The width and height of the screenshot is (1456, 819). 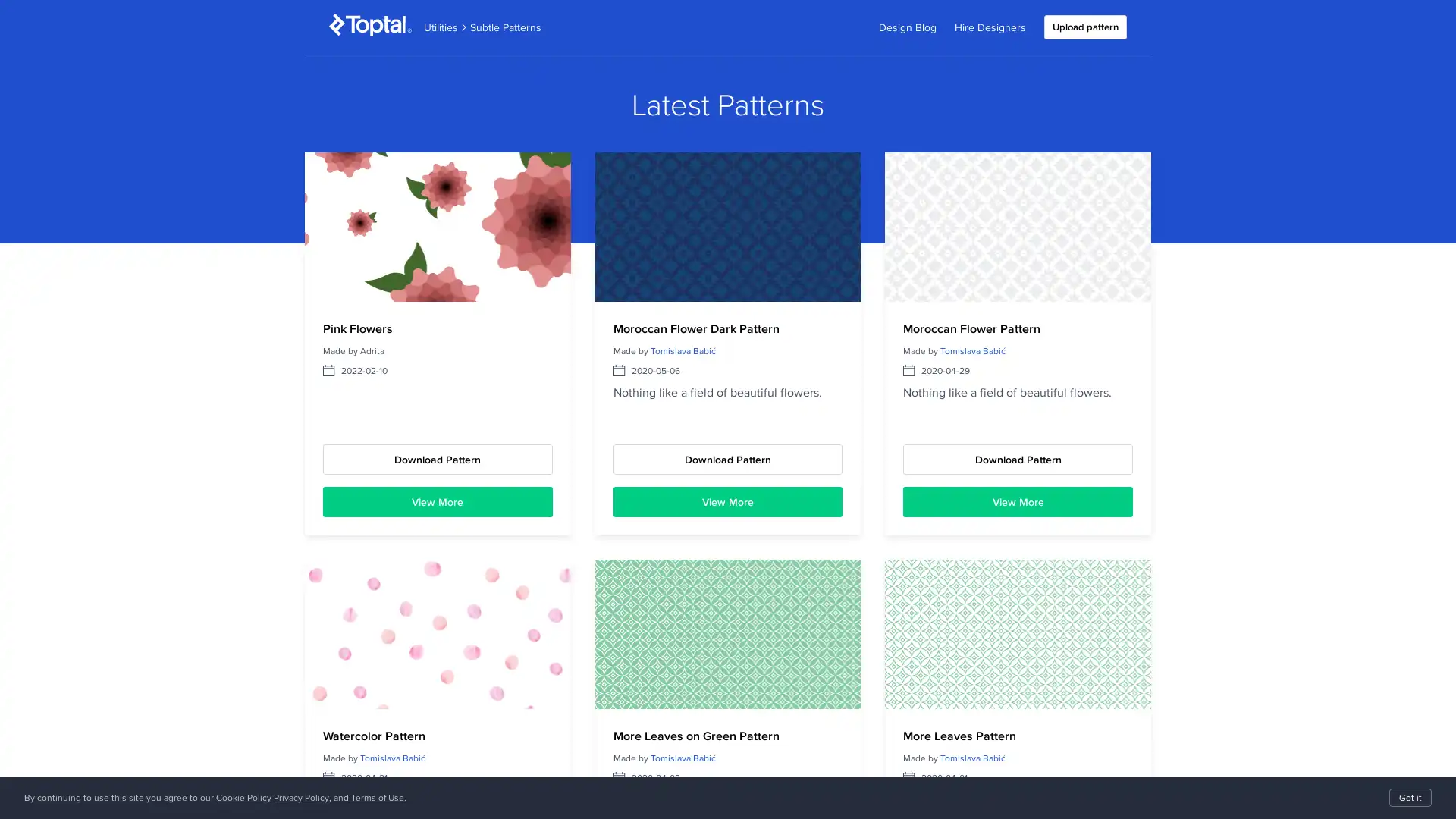 What do you see at coordinates (1410, 797) in the screenshot?
I see `Got it` at bounding box center [1410, 797].